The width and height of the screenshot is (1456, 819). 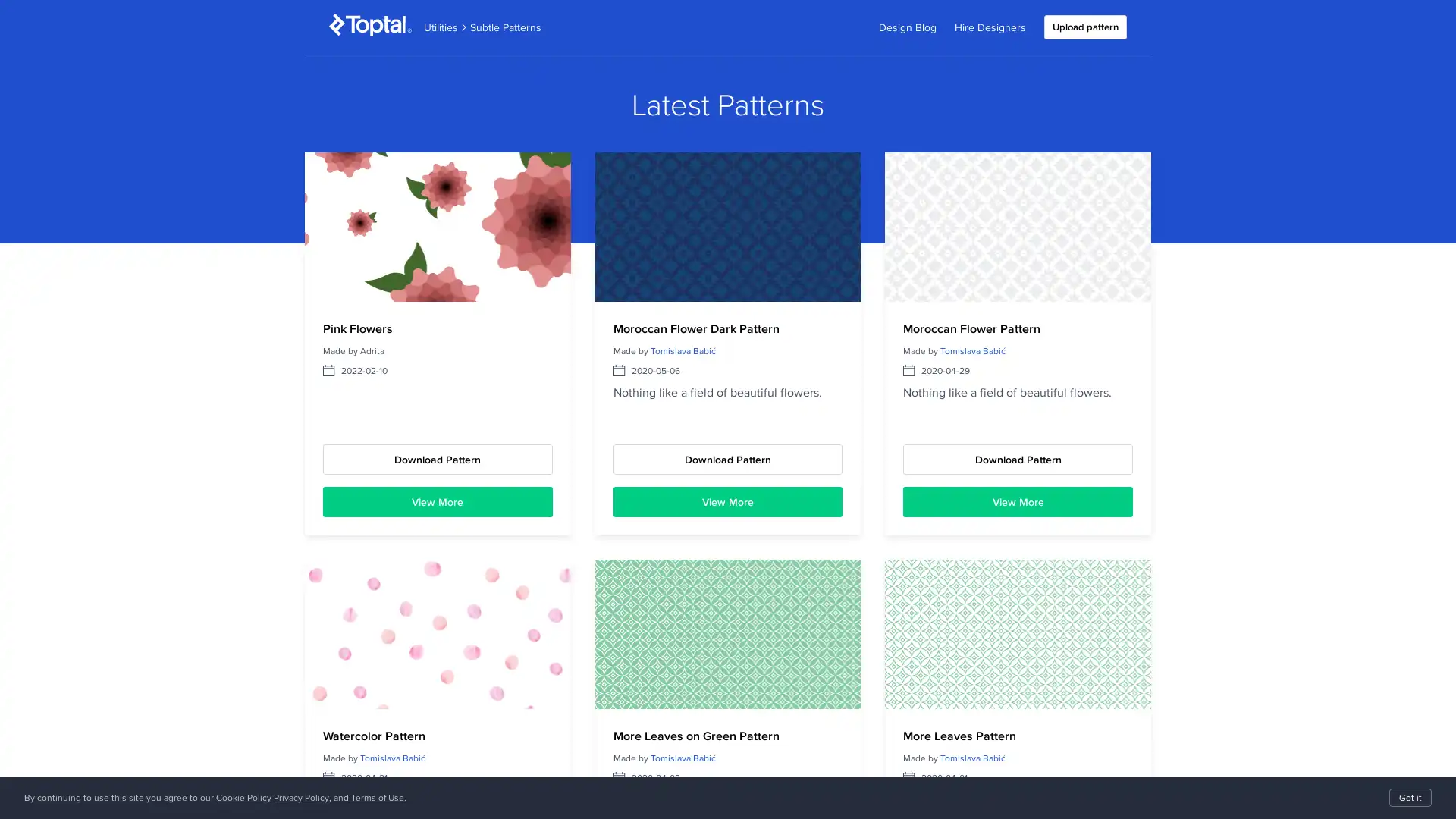 What do you see at coordinates (1410, 797) in the screenshot?
I see `Got it` at bounding box center [1410, 797].